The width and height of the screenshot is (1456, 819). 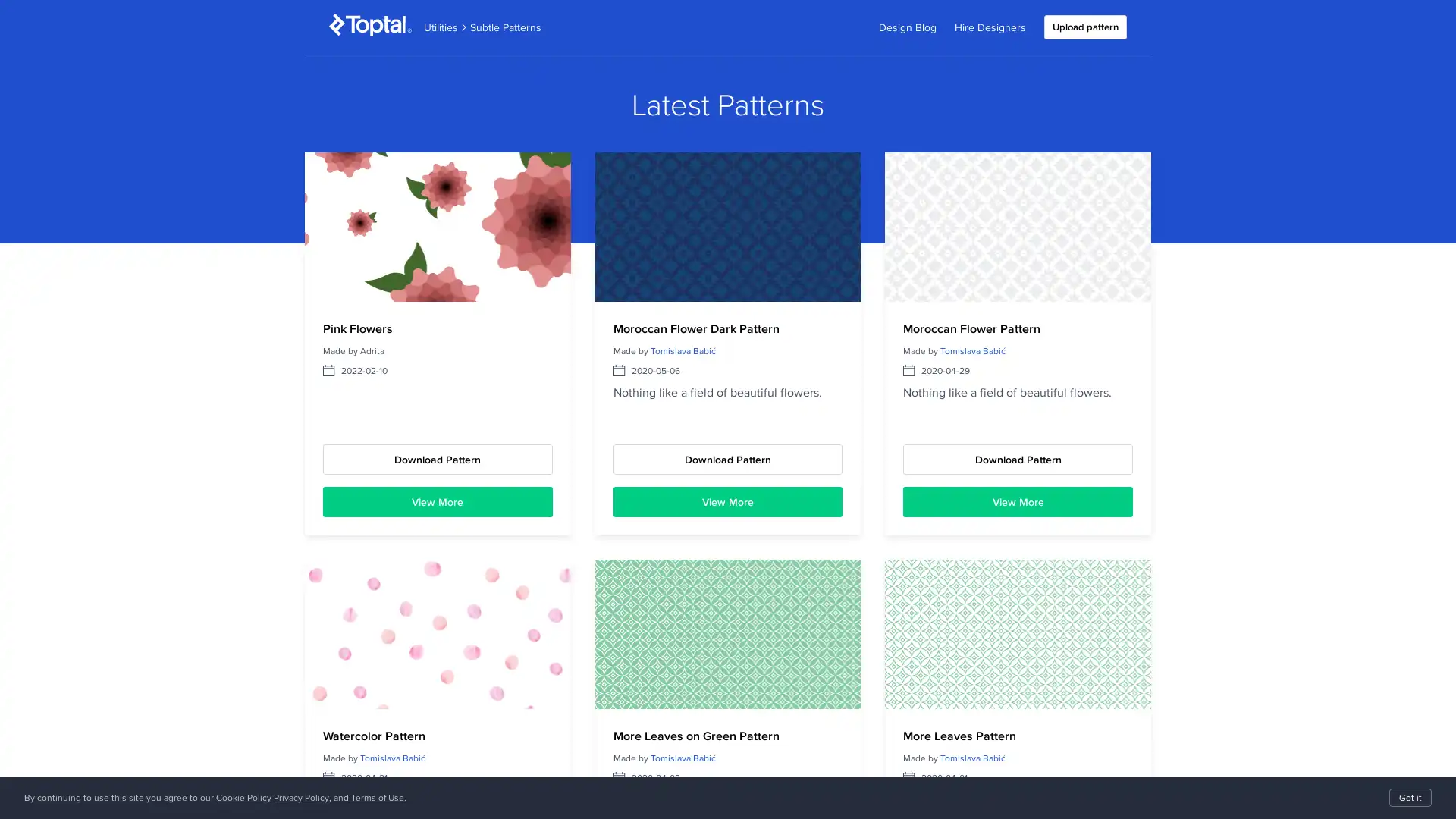 What do you see at coordinates (1410, 797) in the screenshot?
I see `Got it` at bounding box center [1410, 797].